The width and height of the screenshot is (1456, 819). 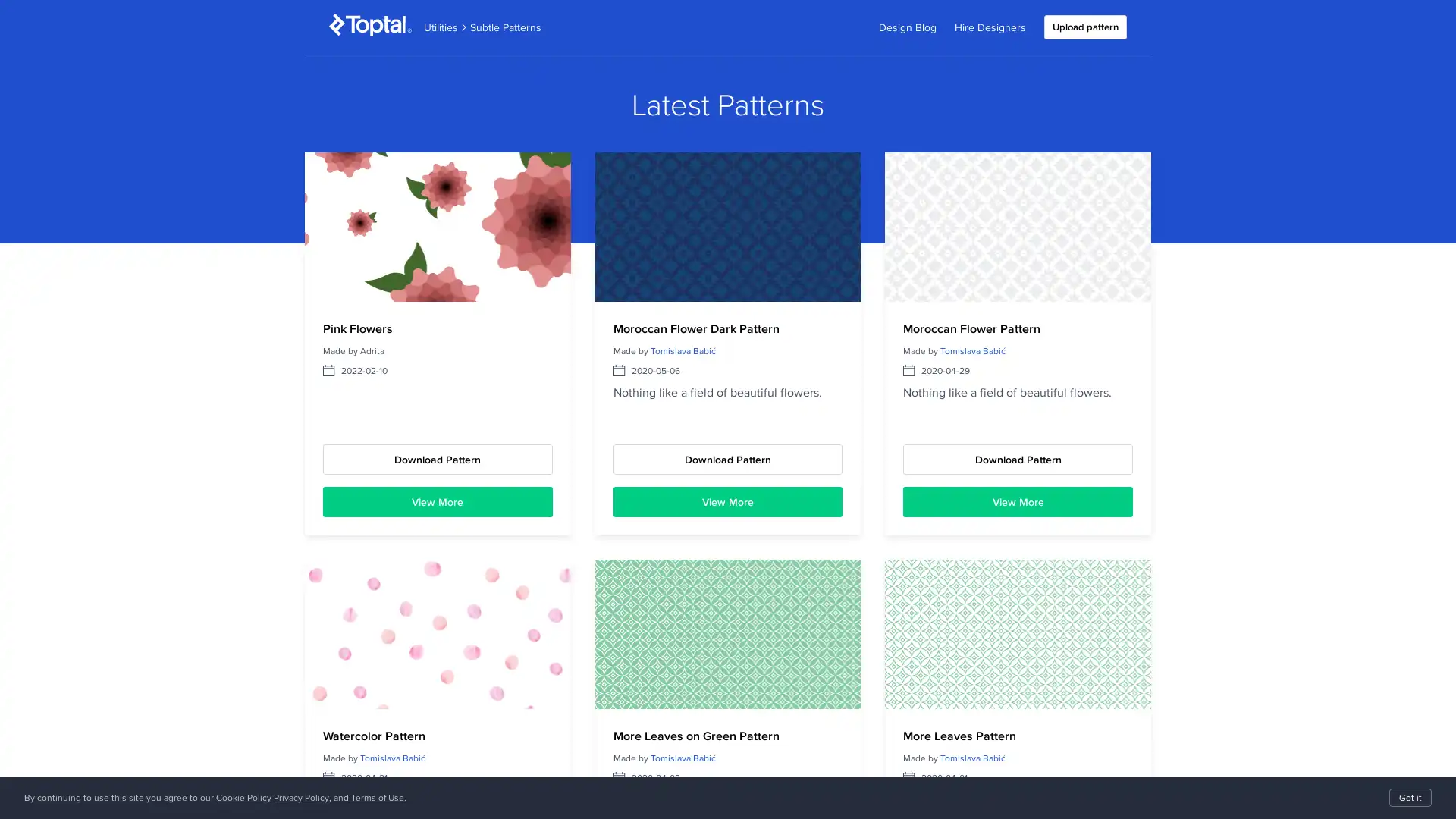 What do you see at coordinates (1410, 797) in the screenshot?
I see `Got it` at bounding box center [1410, 797].